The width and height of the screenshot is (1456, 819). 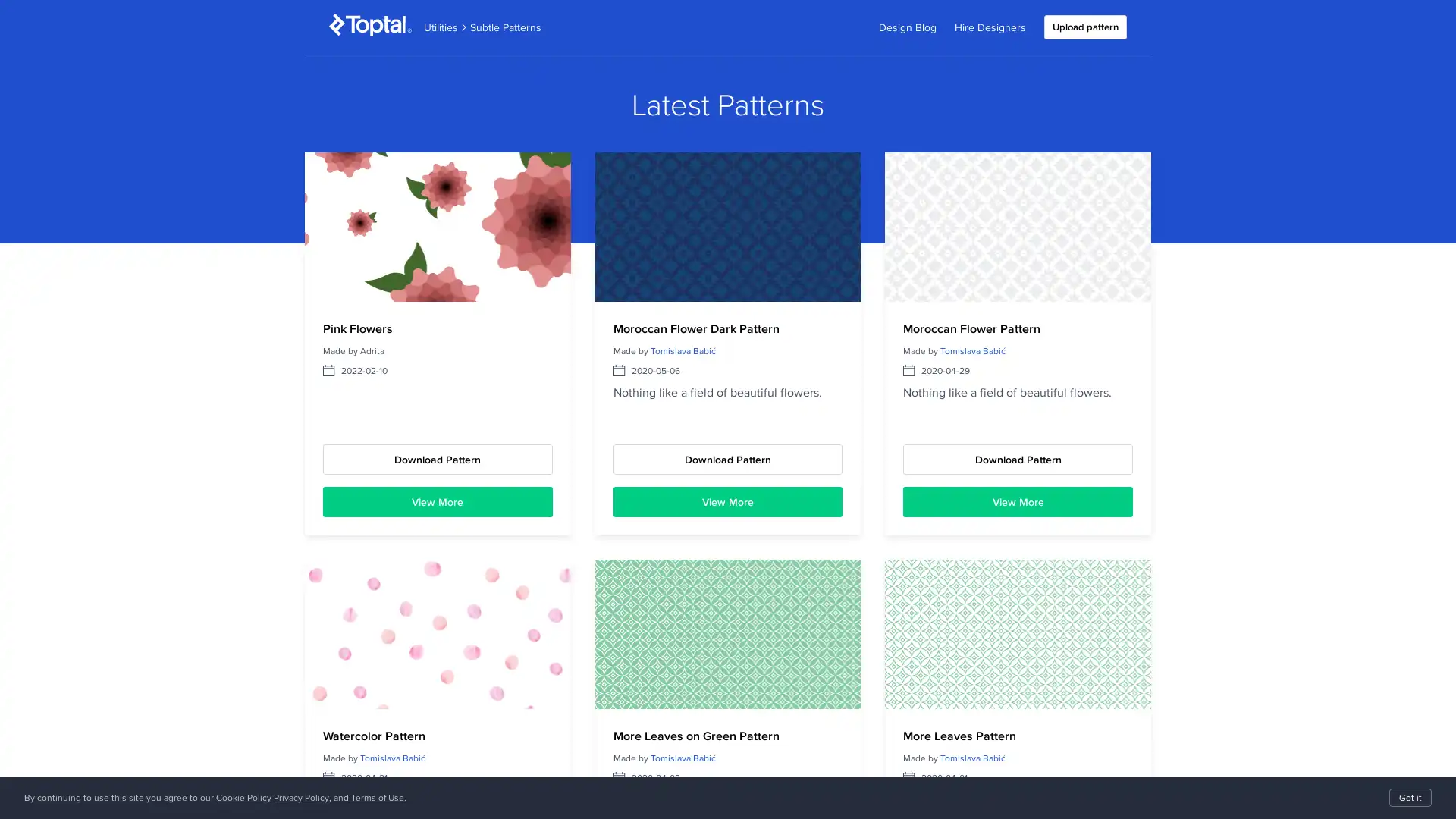 What do you see at coordinates (1410, 797) in the screenshot?
I see `Got it` at bounding box center [1410, 797].